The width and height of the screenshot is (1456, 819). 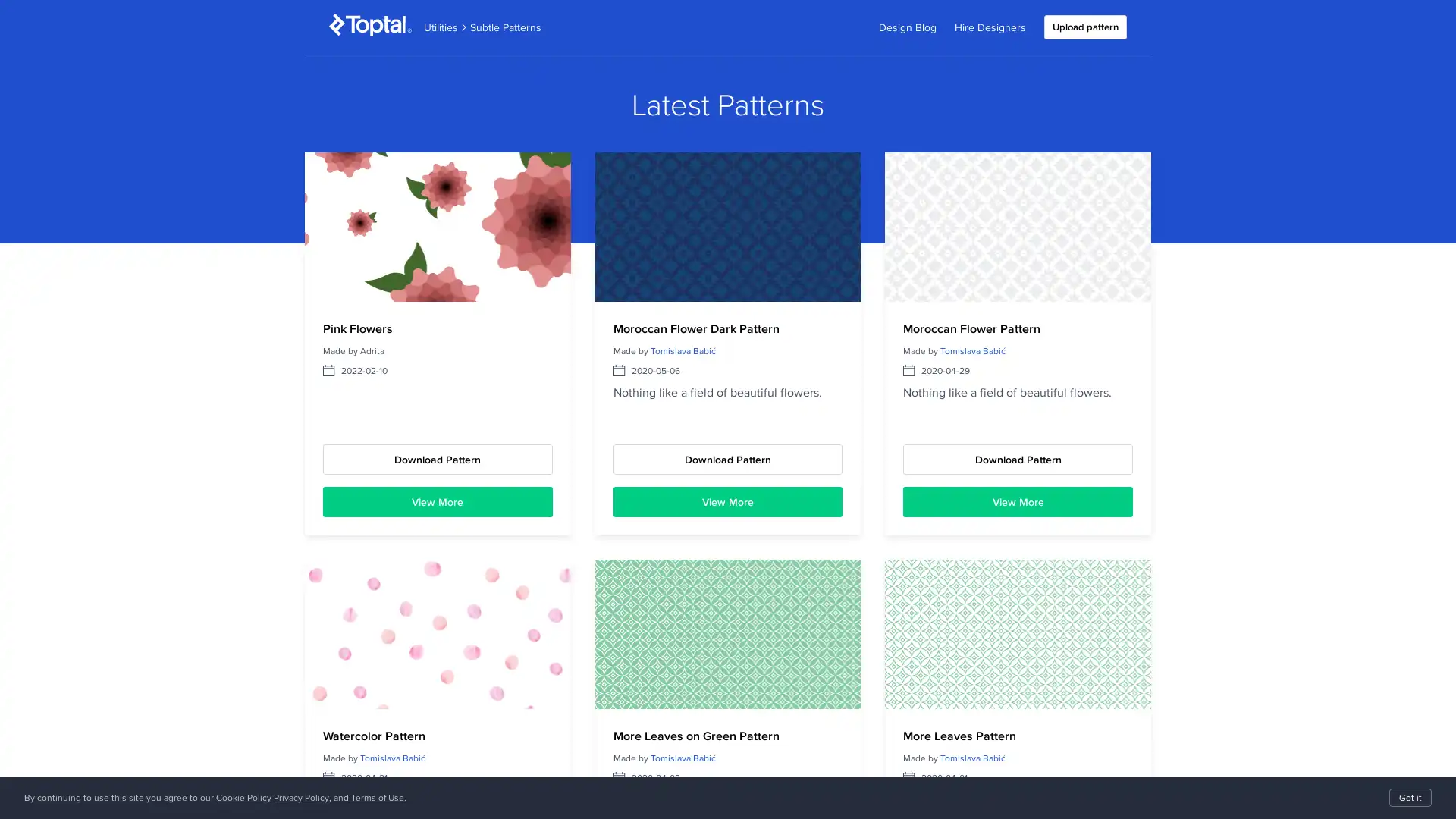 What do you see at coordinates (1410, 797) in the screenshot?
I see `Got it` at bounding box center [1410, 797].